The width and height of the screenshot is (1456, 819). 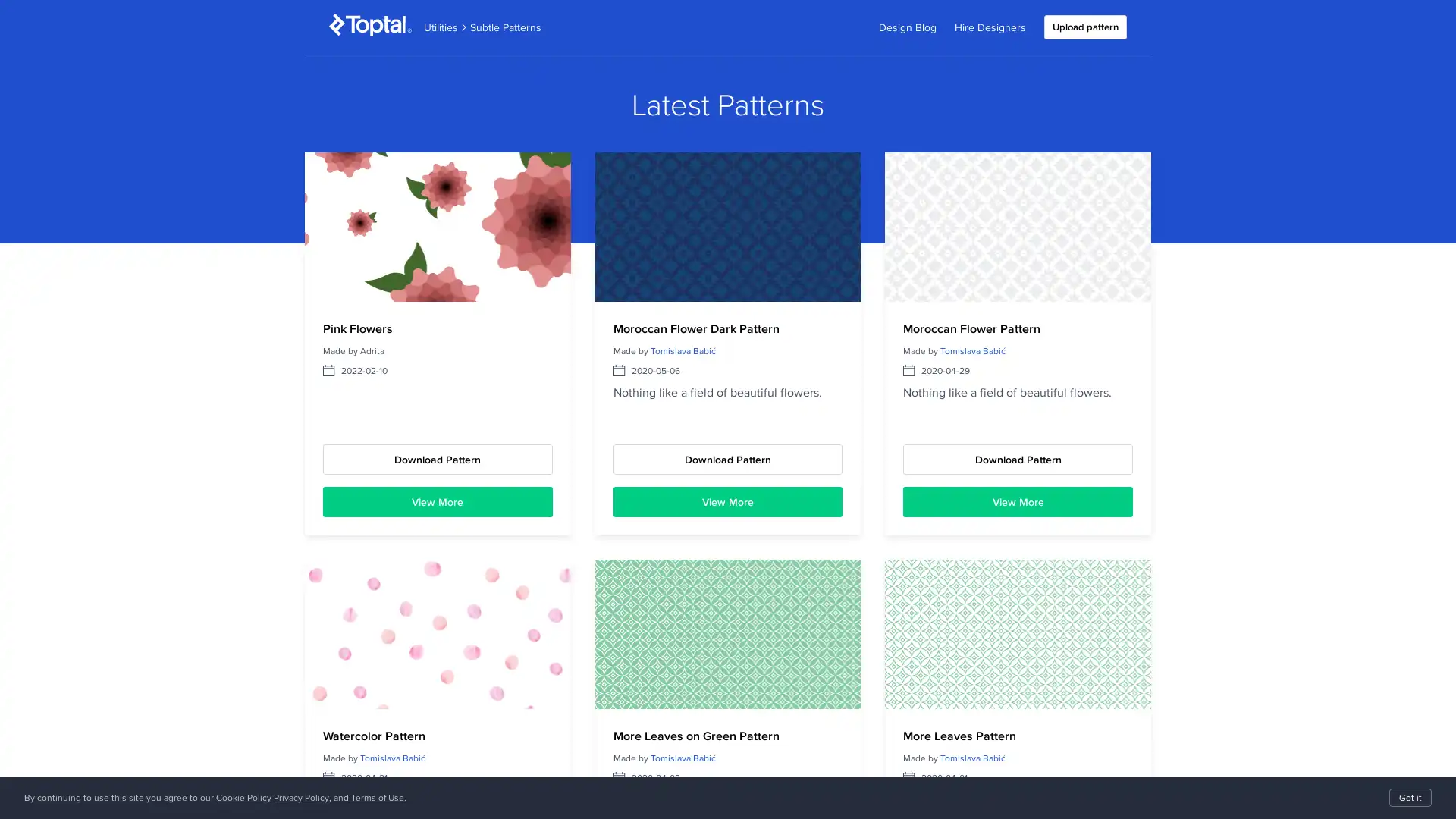 What do you see at coordinates (1410, 797) in the screenshot?
I see `Got it` at bounding box center [1410, 797].